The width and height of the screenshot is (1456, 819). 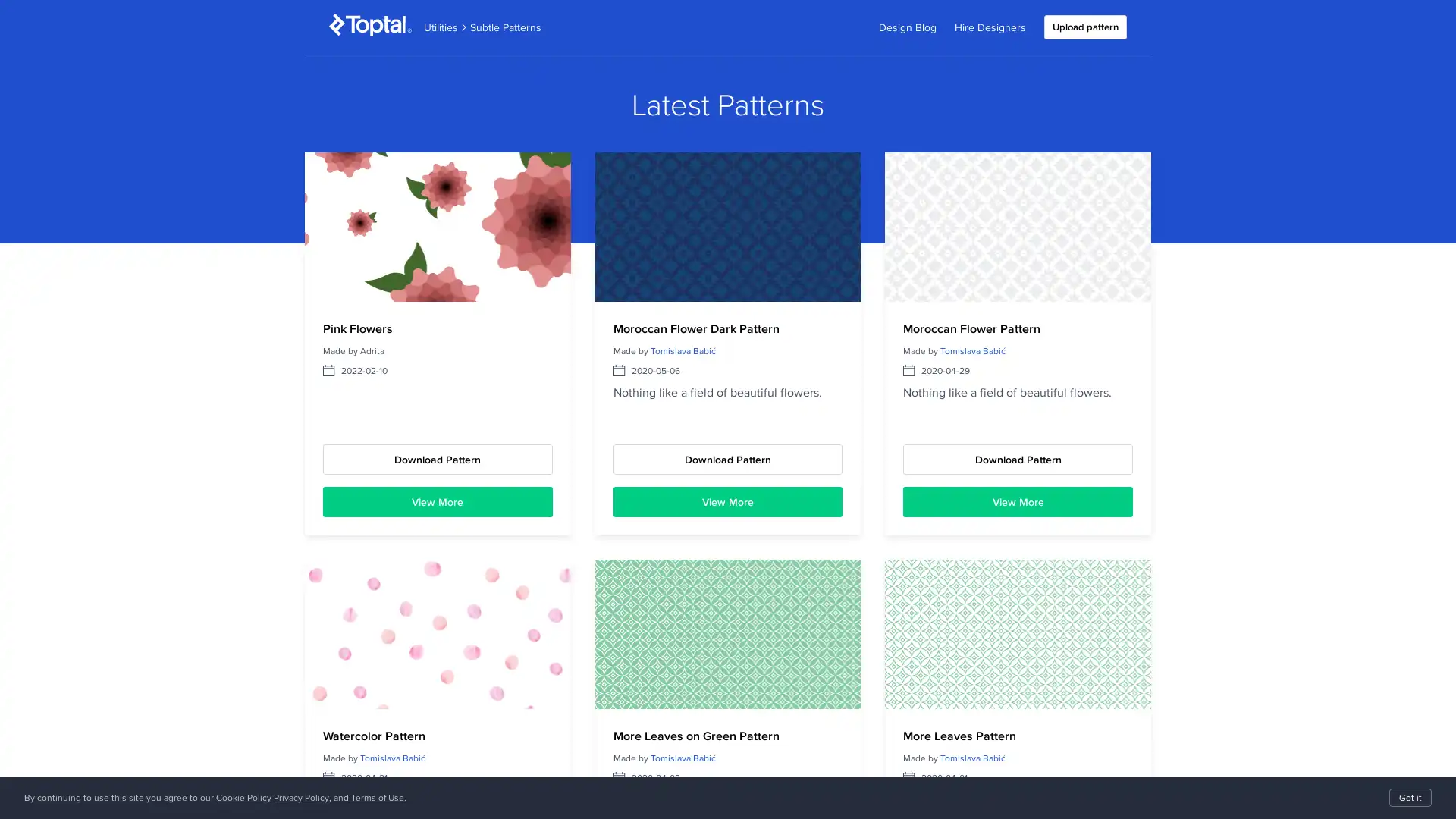 What do you see at coordinates (1410, 797) in the screenshot?
I see `Got it` at bounding box center [1410, 797].